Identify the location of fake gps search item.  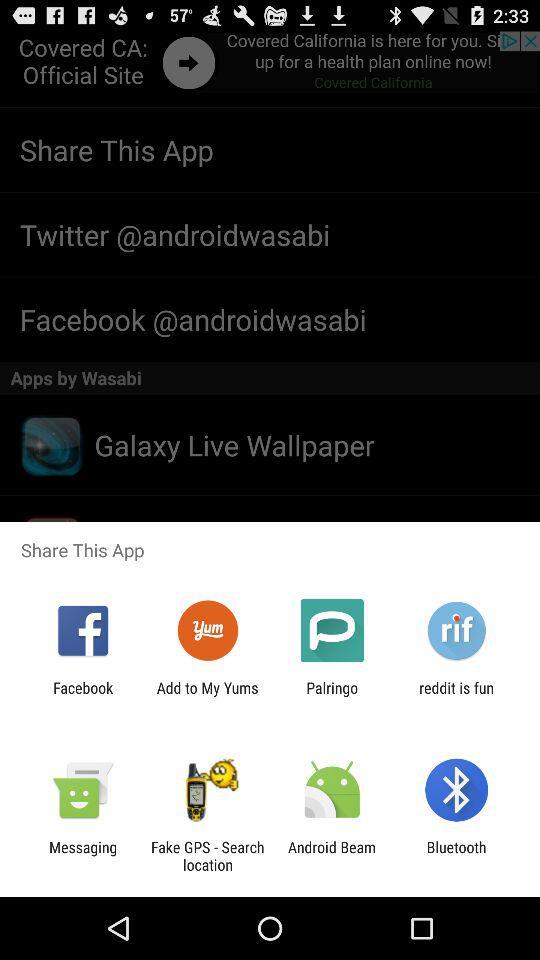
(206, 855).